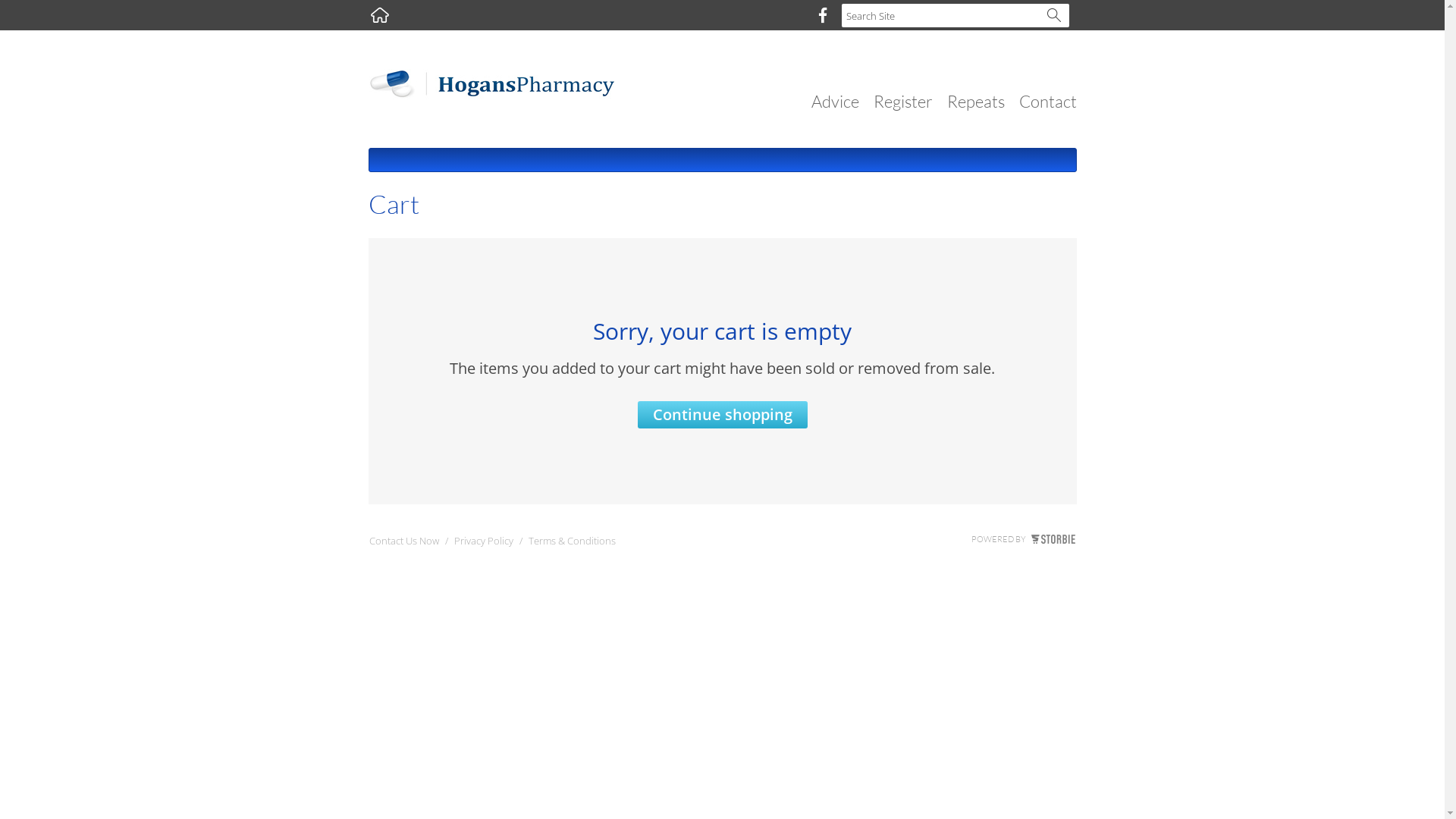 The image size is (1456, 819). Describe the element at coordinates (720, 415) in the screenshot. I see `'Continue shopping'` at that location.